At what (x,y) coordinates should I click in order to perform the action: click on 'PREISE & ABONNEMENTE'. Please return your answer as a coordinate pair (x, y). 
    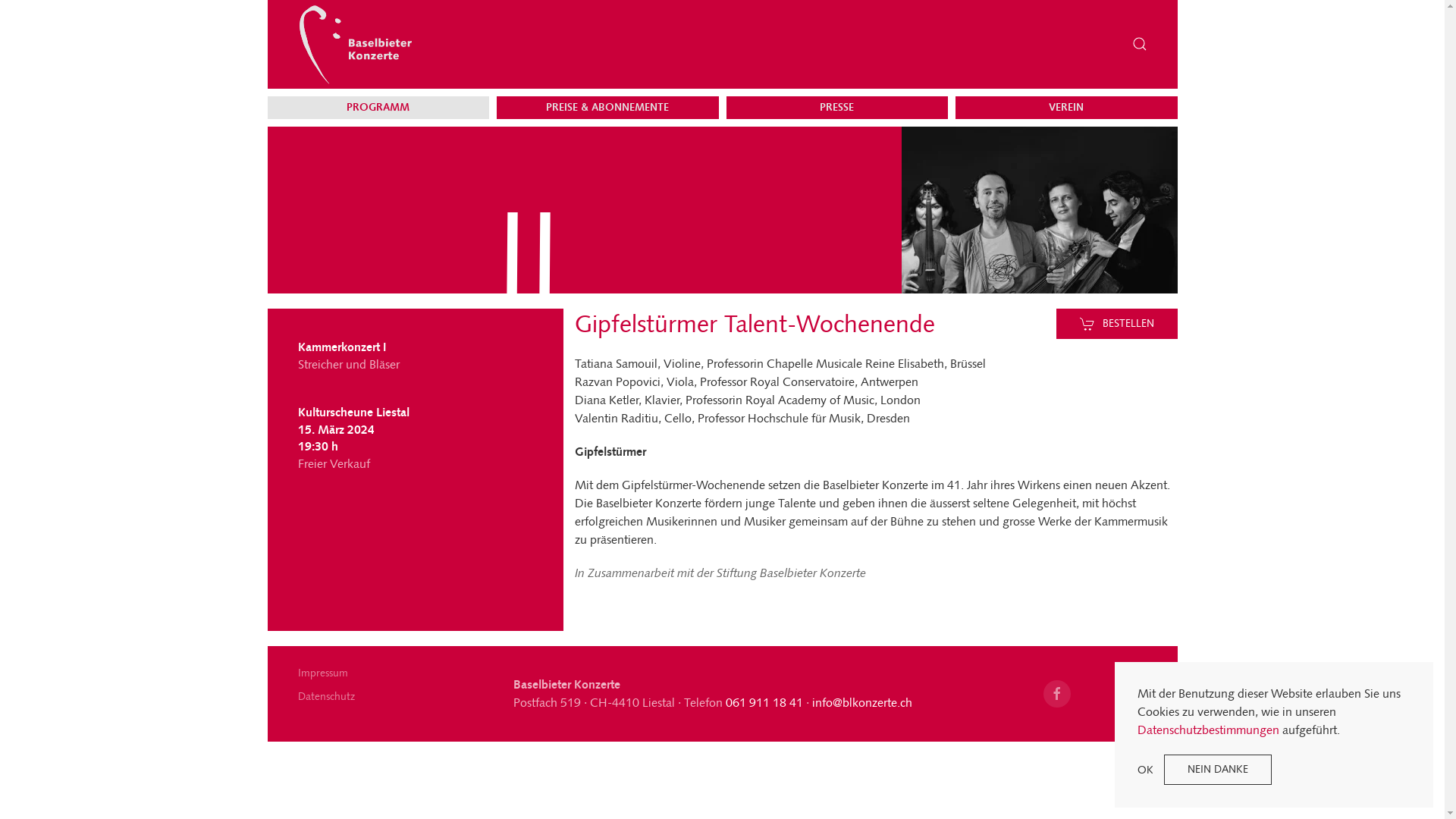
    Looking at the image, I should click on (607, 107).